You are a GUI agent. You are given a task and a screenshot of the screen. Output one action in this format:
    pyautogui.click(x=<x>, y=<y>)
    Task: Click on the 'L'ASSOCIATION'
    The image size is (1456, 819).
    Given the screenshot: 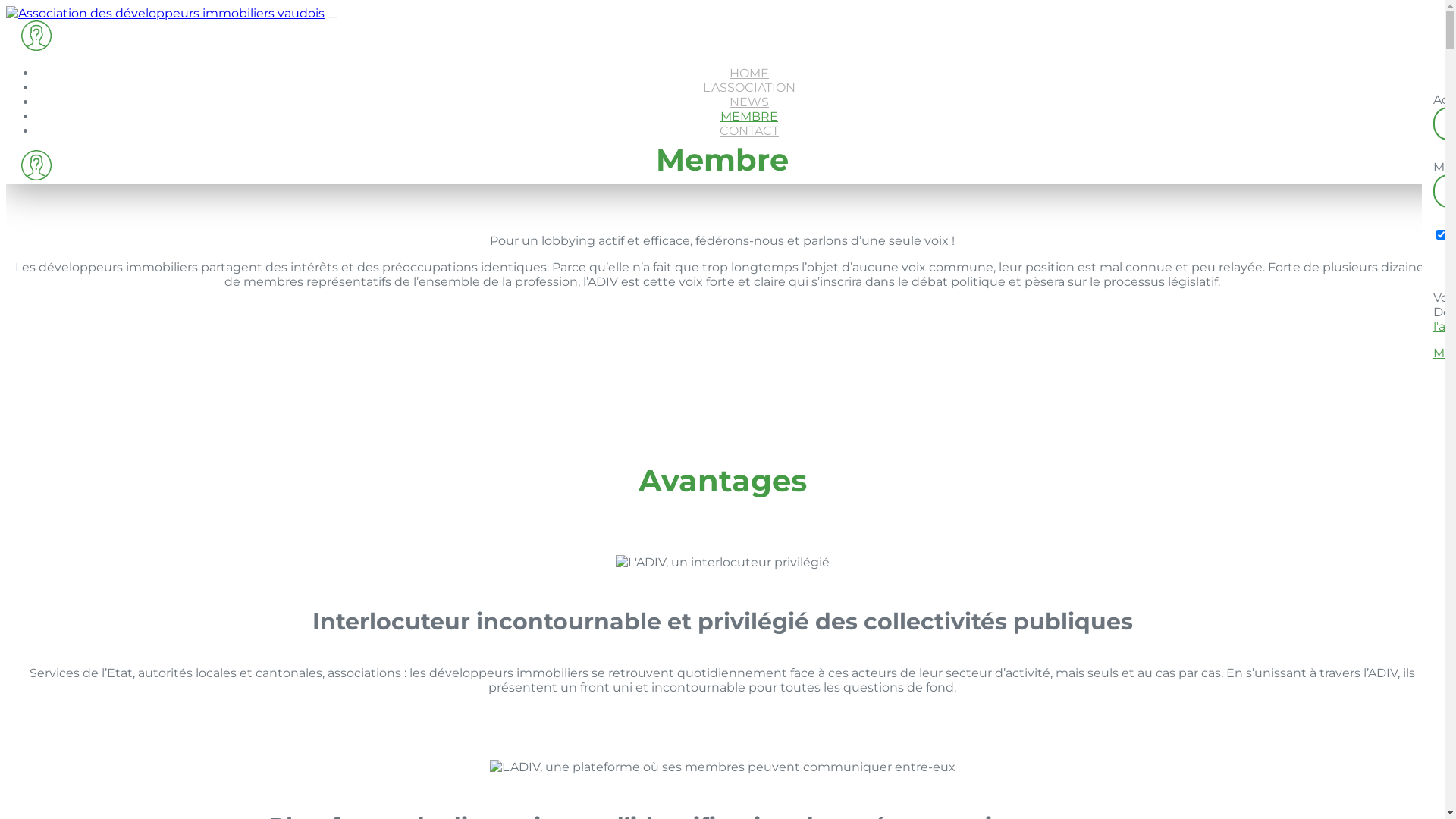 What is the action you would take?
    pyautogui.click(x=749, y=87)
    